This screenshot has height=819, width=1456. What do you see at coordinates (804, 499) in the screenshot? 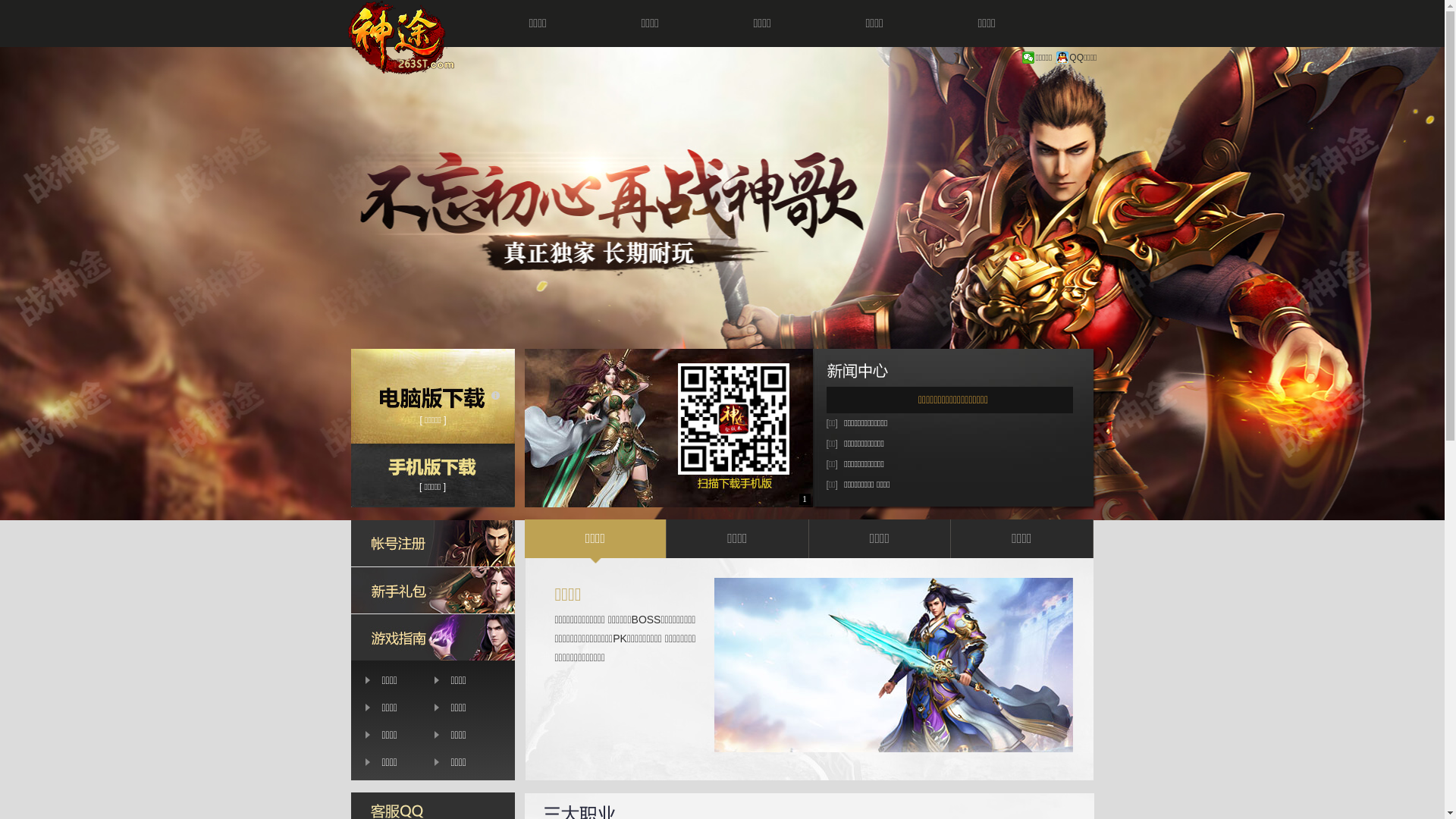
I see `'1'` at bounding box center [804, 499].